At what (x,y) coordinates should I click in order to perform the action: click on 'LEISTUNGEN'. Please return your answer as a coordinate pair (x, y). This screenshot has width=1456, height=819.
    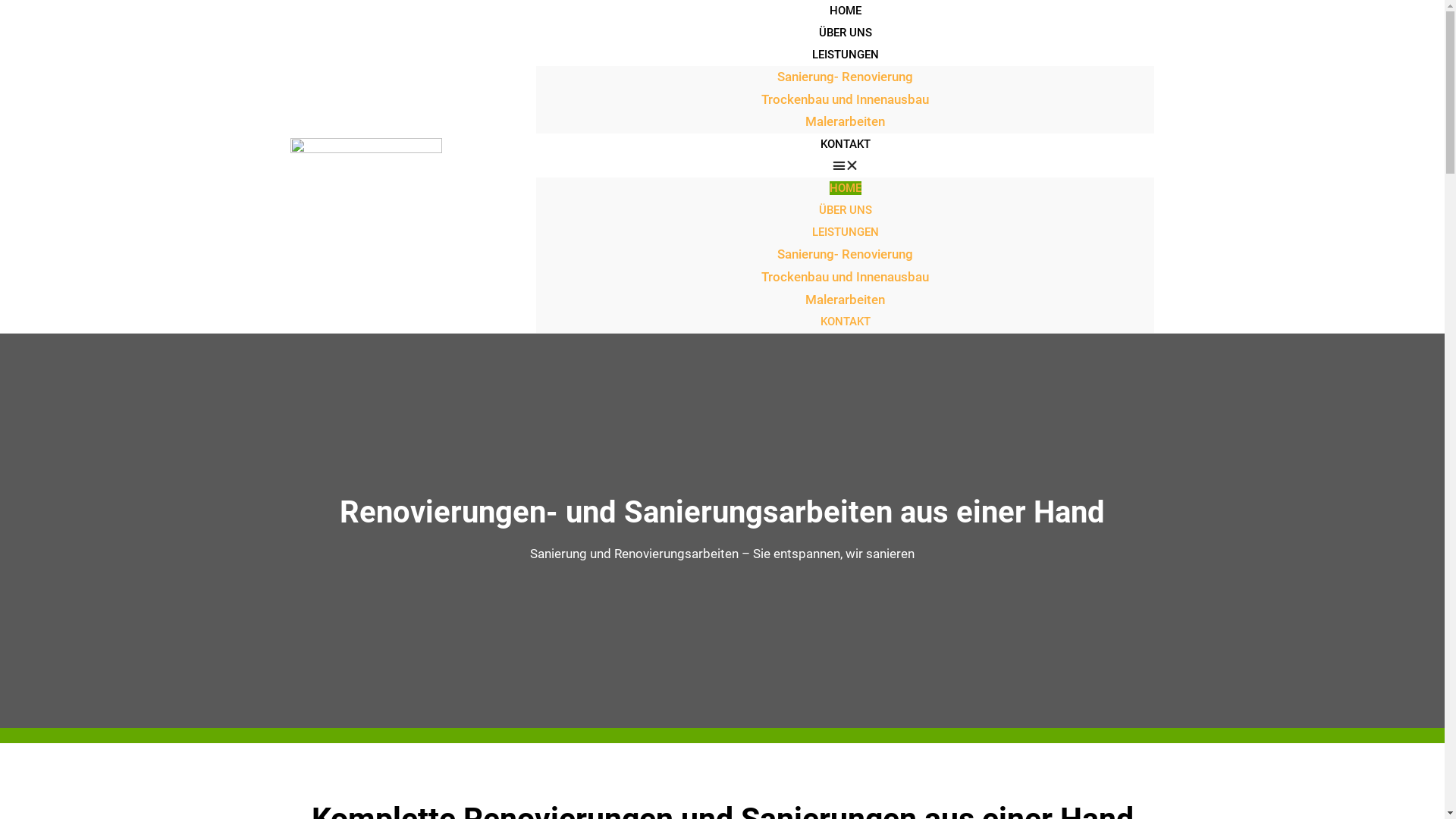
    Looking at the image, I should click on (844, 54).